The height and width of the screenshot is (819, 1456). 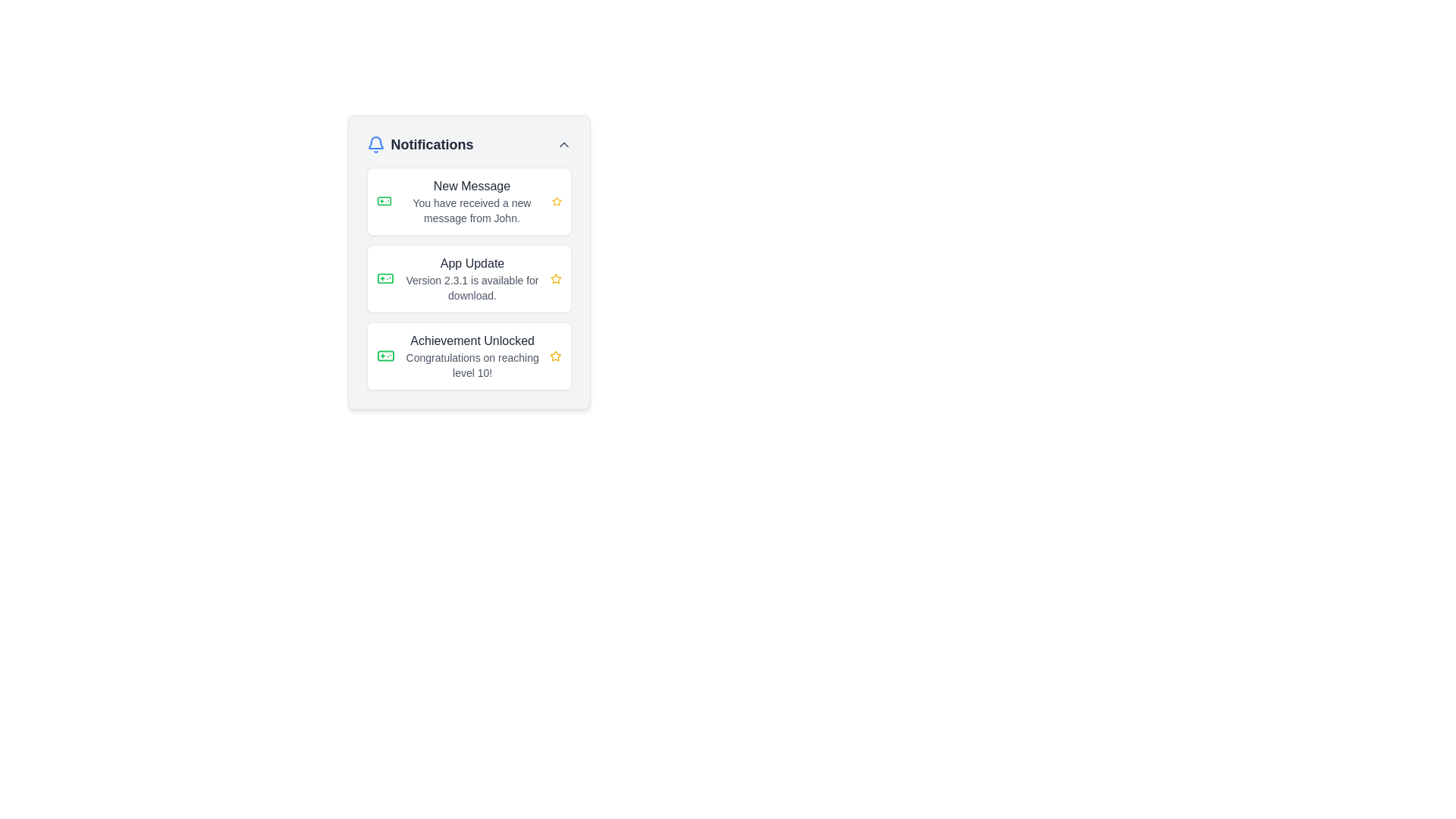 I want to click on text displayed in the second notification box titled 'Notifications', which conveys information about a new app update and its version (2.3.1), so click(x=472, y=278).